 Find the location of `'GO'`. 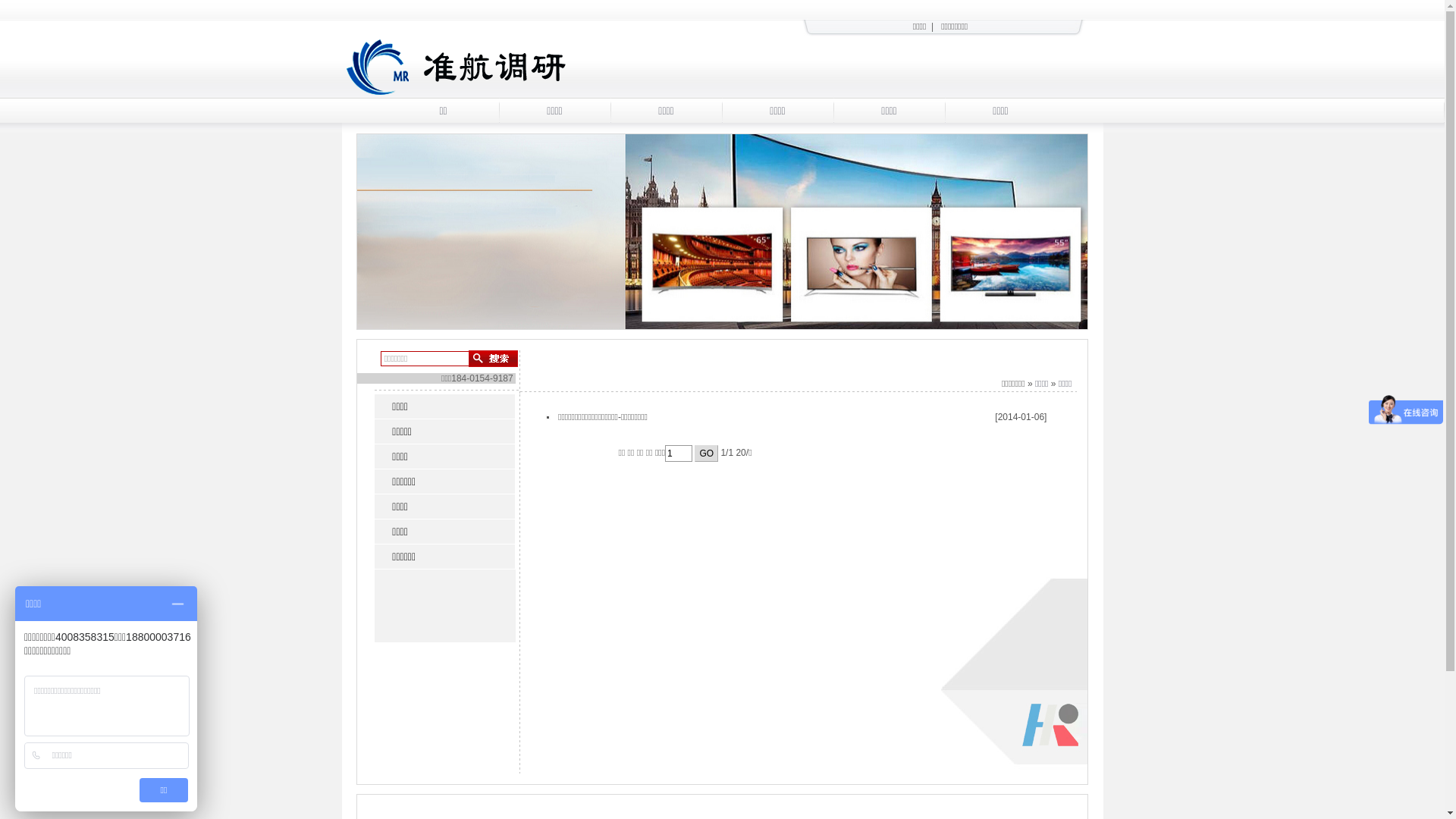

'GO' is located at coordinates (705, 452).